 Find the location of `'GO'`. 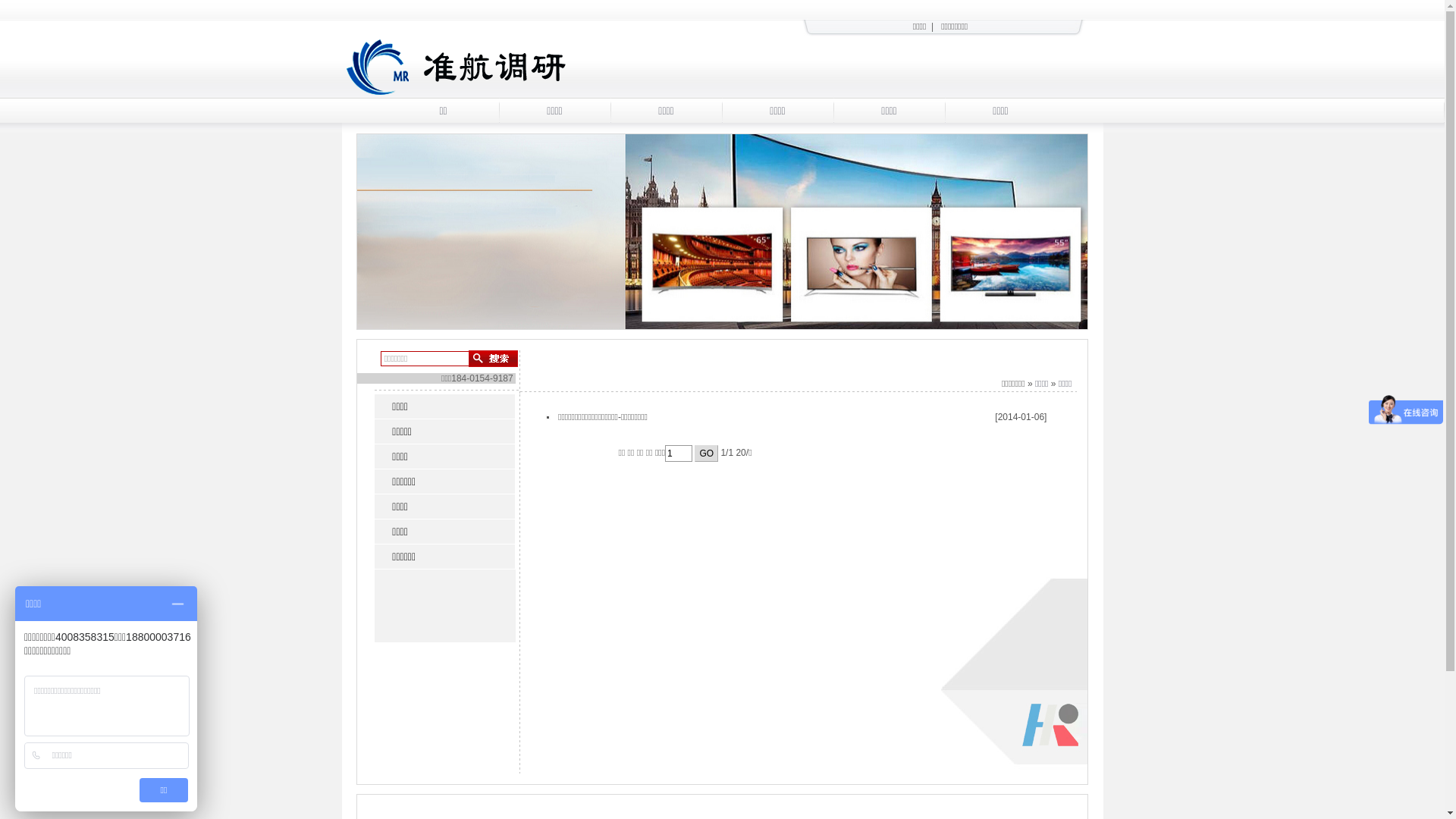

'GO' is located at coordinates (705, 452).